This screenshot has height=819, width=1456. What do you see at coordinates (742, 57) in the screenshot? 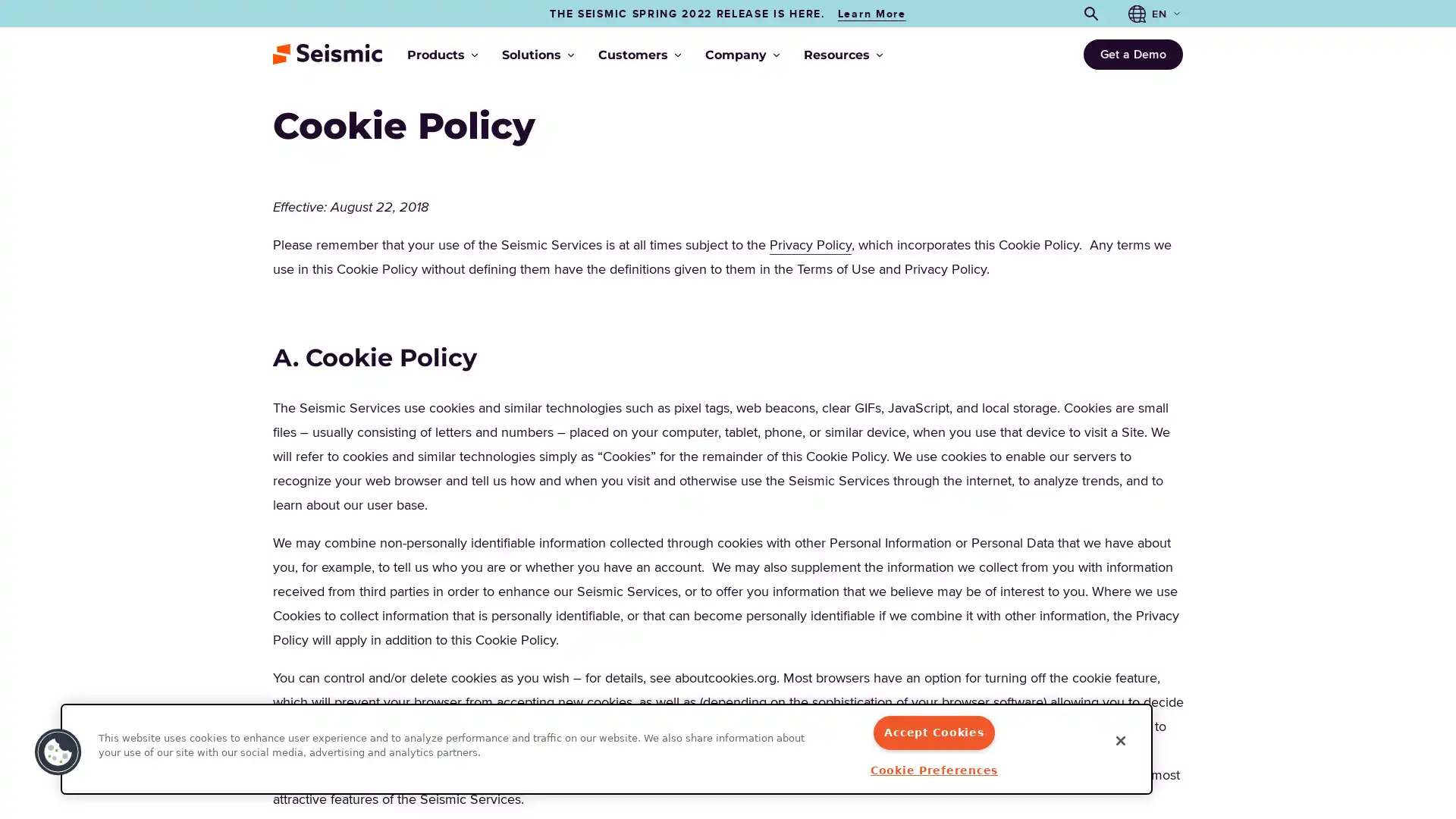
I see `Company` at bounding box center [742, 57].